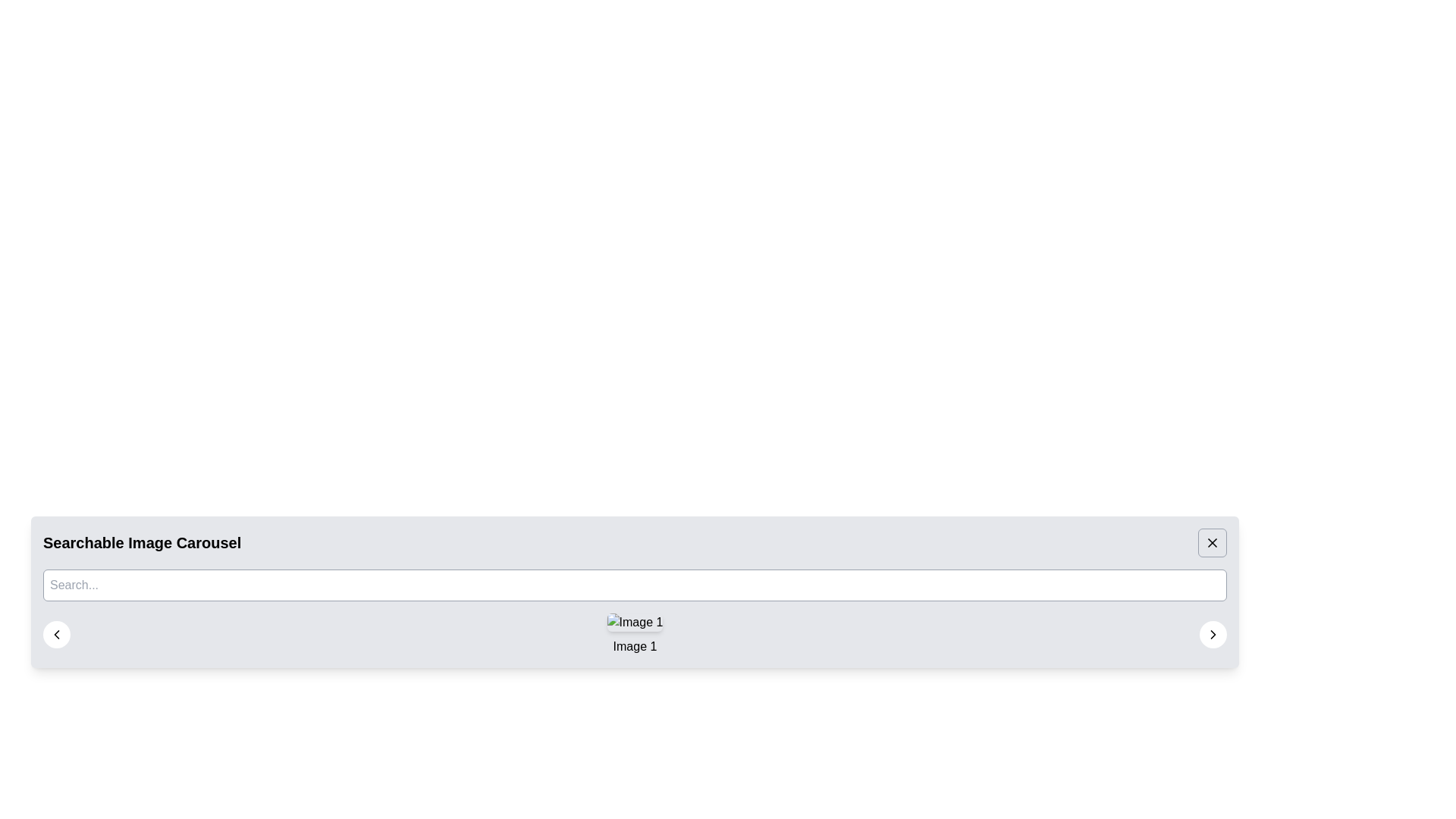 This screenshot has width=1456, height=819. I want to click on the circular button with a white background and a thin black chevron arrow pointing right, located at the bottom right of the interface, so click(1212, 635).